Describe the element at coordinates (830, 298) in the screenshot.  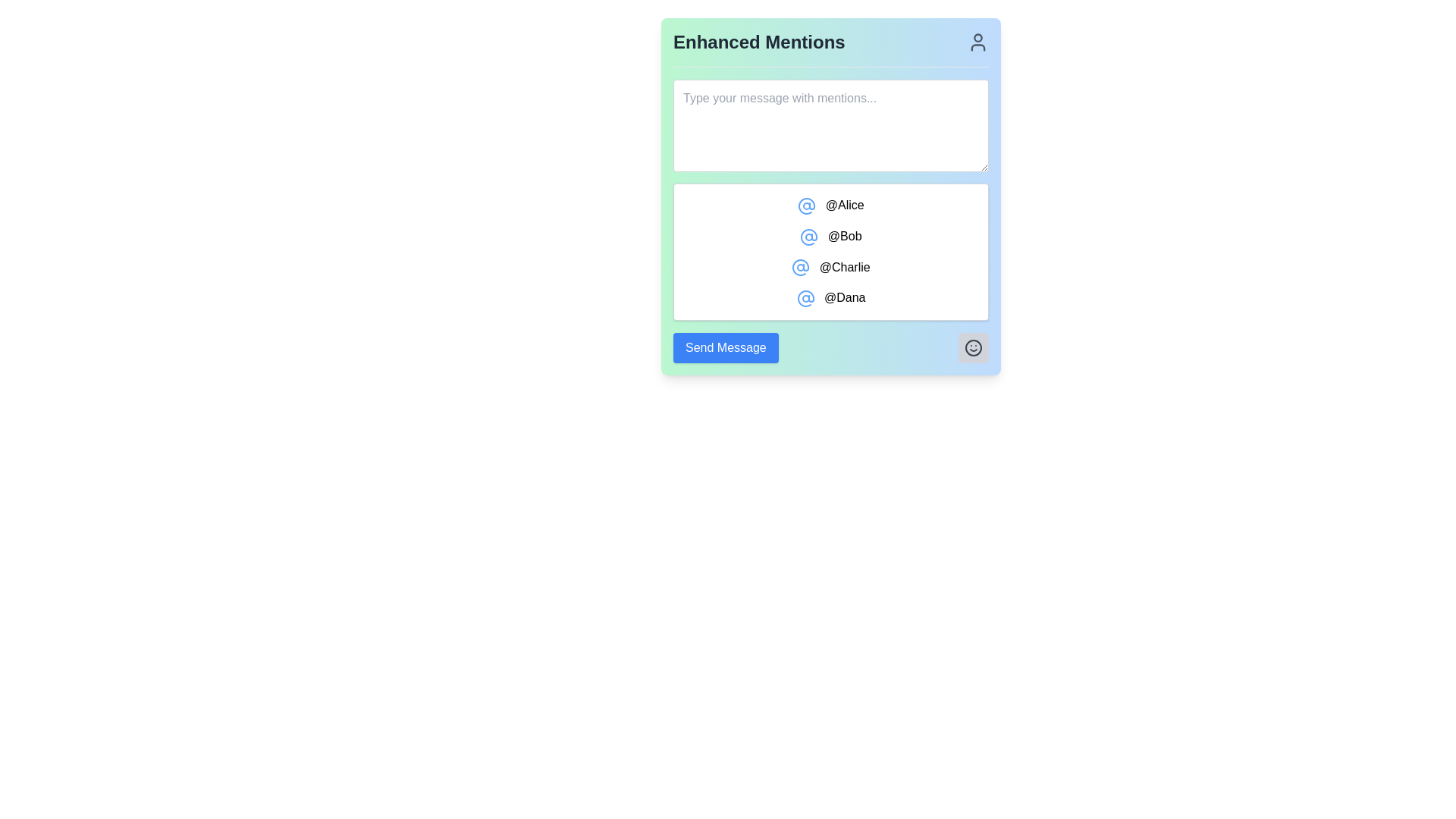
I see `the interactive user mention labeled '@Dana'` at that location.